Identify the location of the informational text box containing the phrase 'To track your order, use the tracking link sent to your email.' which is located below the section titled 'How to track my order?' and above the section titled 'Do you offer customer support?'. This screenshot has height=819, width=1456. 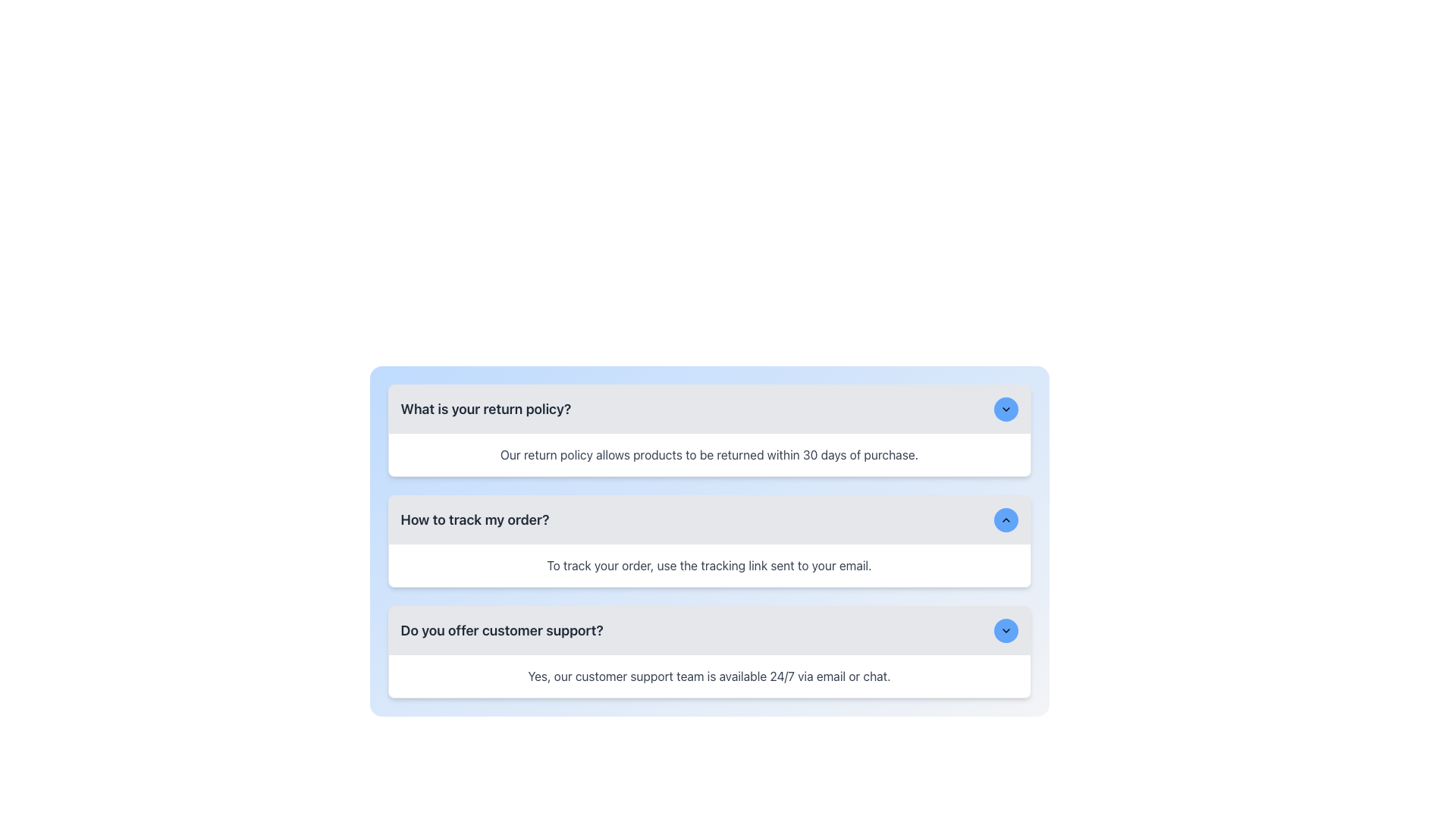
(708, 565).